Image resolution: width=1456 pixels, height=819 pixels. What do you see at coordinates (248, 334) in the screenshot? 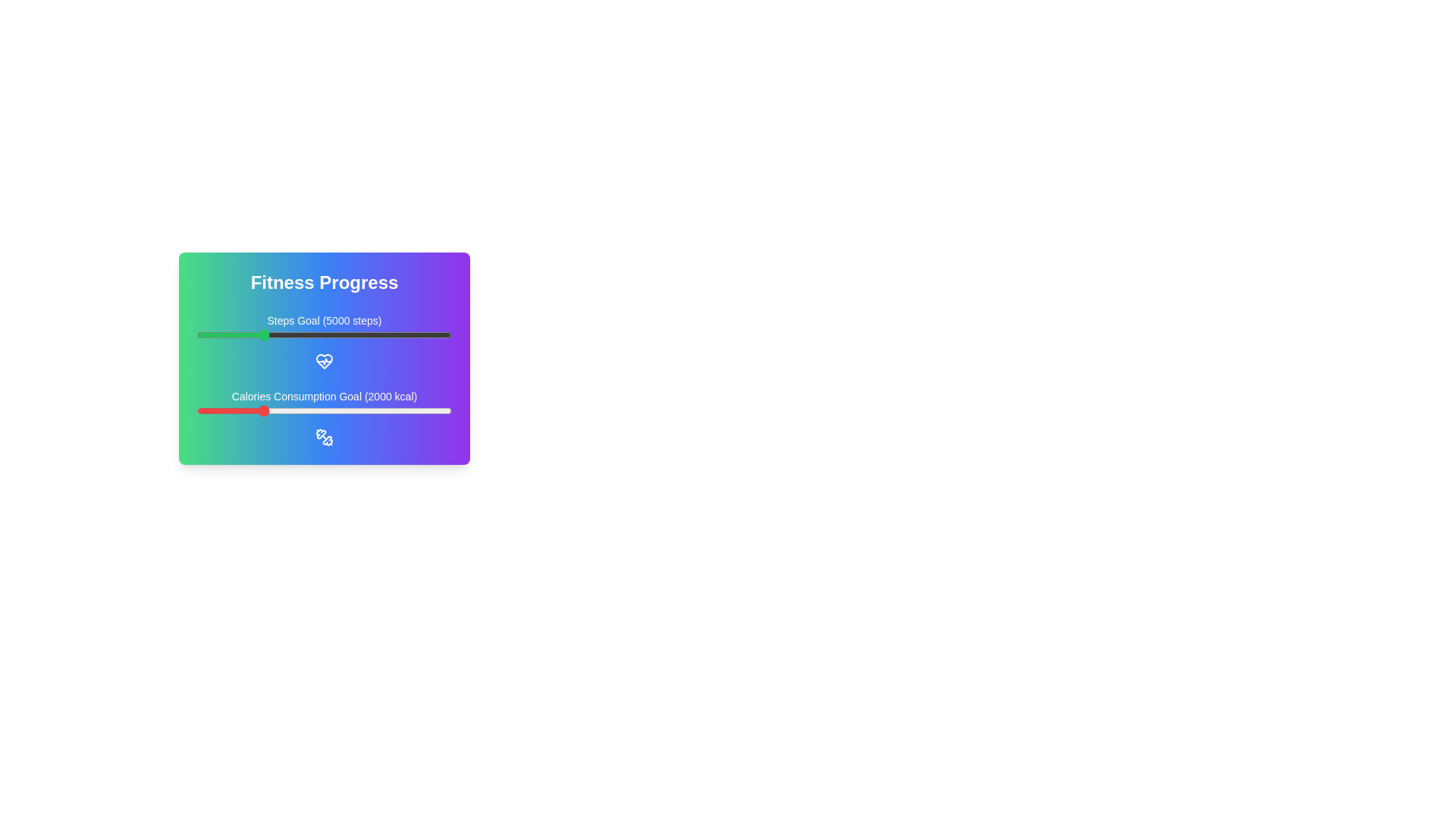
I see `the steps goal` at bounding box center [248, 334].